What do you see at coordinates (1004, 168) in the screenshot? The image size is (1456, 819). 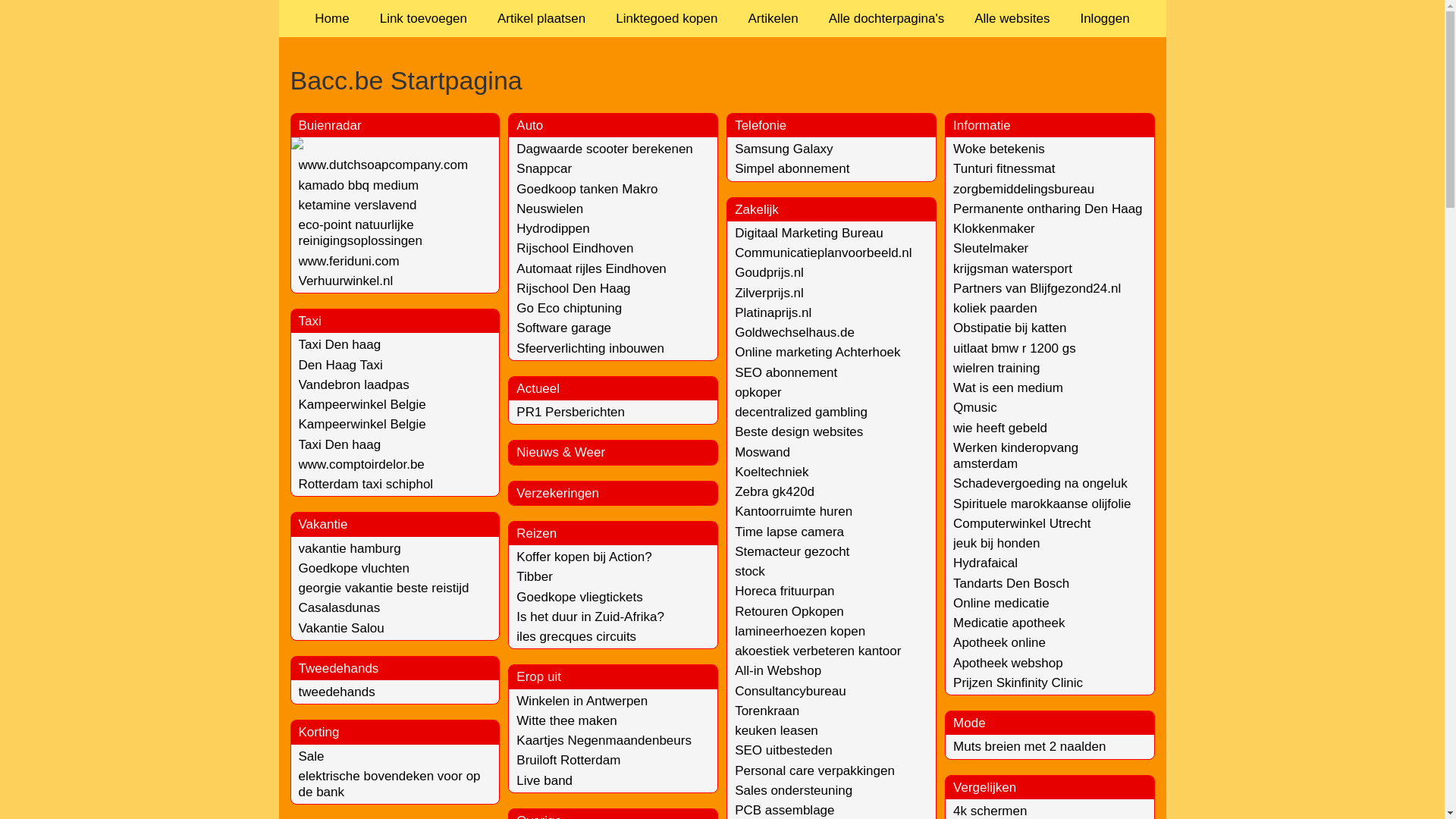 I see `'Tunturi fitnessmat'` at bounding box center [1004, 168].